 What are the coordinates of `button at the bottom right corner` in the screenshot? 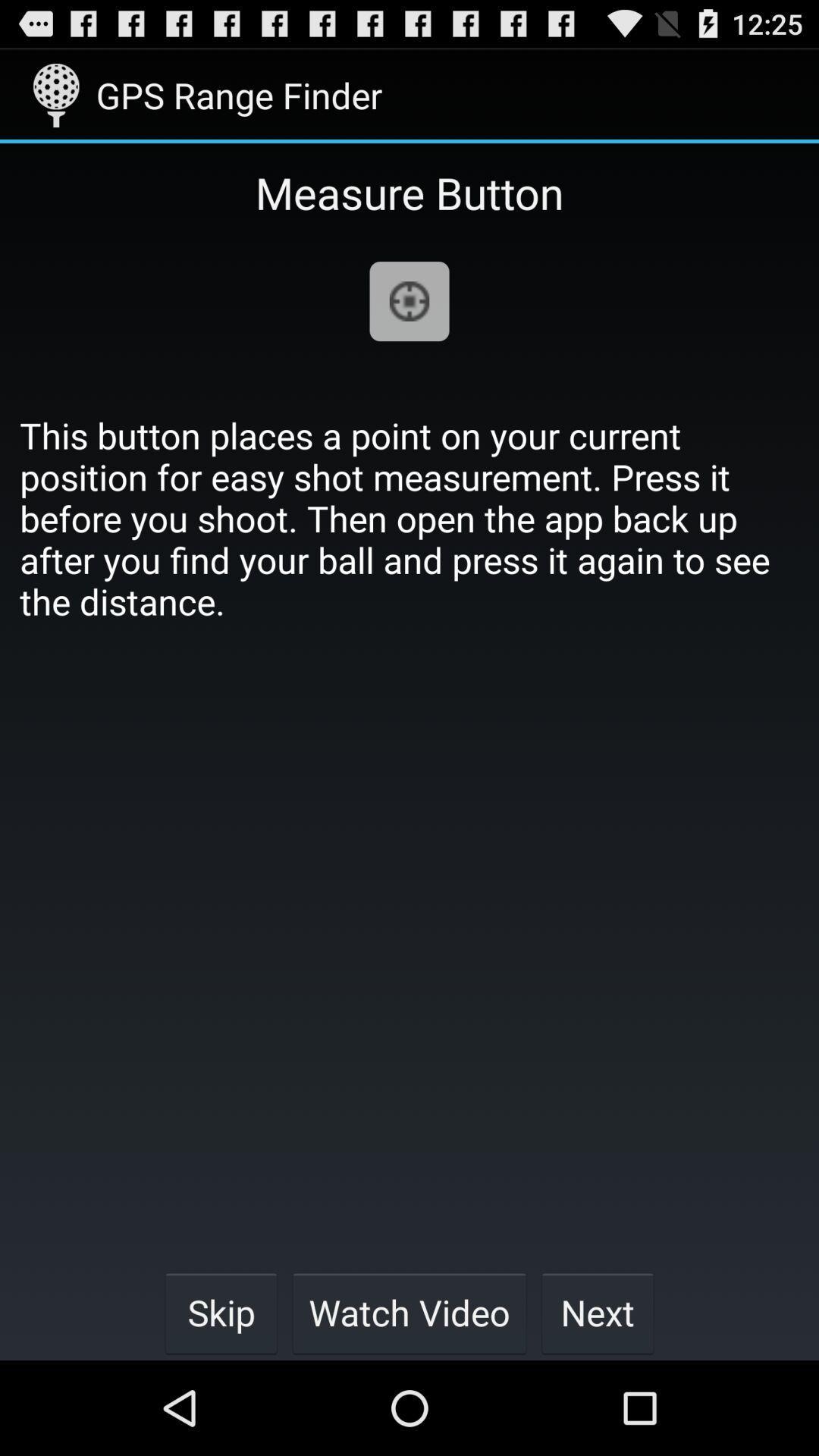 It's located at (597, 1312).